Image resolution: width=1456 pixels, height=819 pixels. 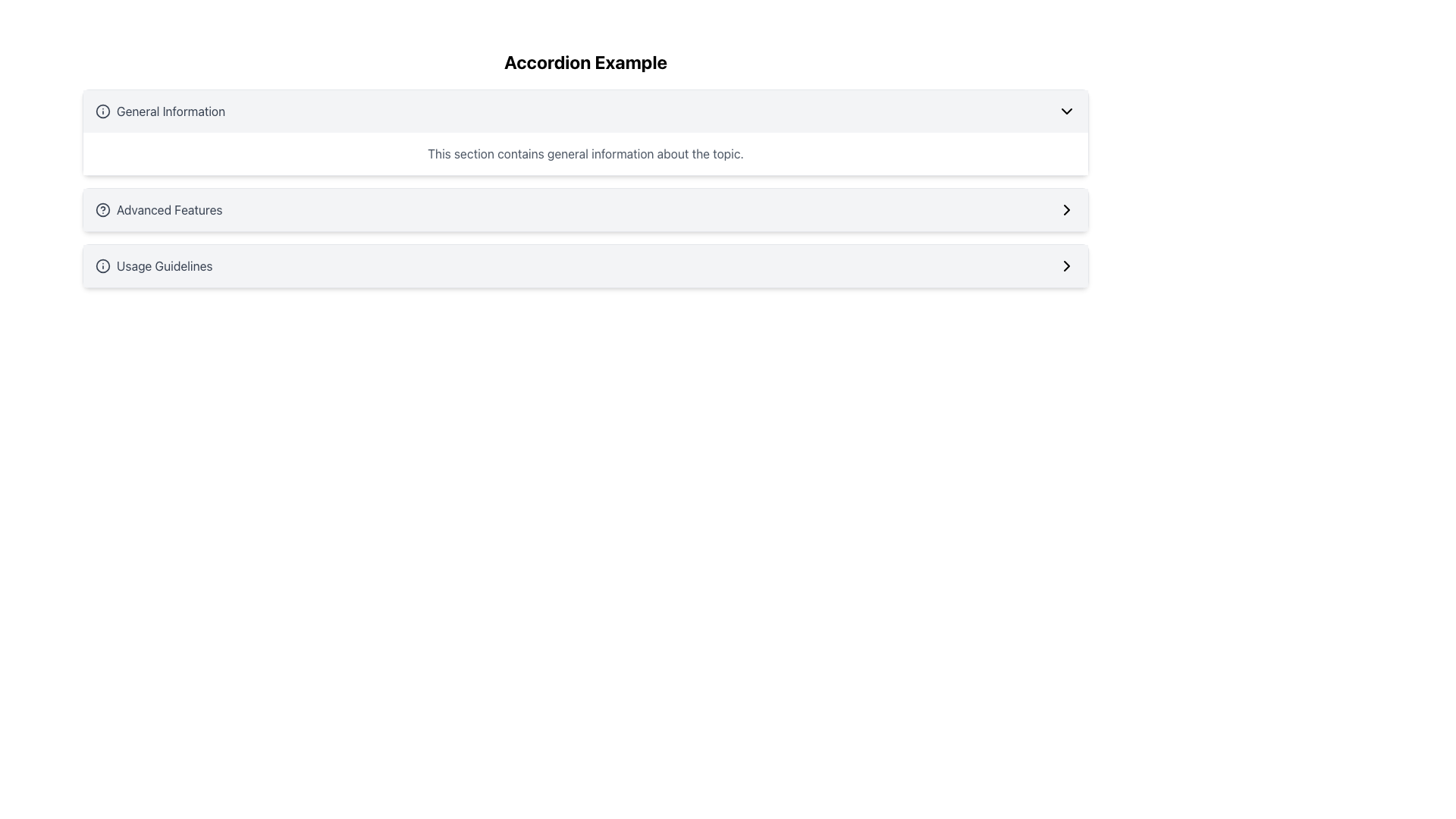 What do you see at coordinates (102, 110) in the screenshot?
I see `the circular information icon with an 'i' inside, positioned to the left of the text 'General Information', to trigger the tooltip` at bounding box center [102, 110].